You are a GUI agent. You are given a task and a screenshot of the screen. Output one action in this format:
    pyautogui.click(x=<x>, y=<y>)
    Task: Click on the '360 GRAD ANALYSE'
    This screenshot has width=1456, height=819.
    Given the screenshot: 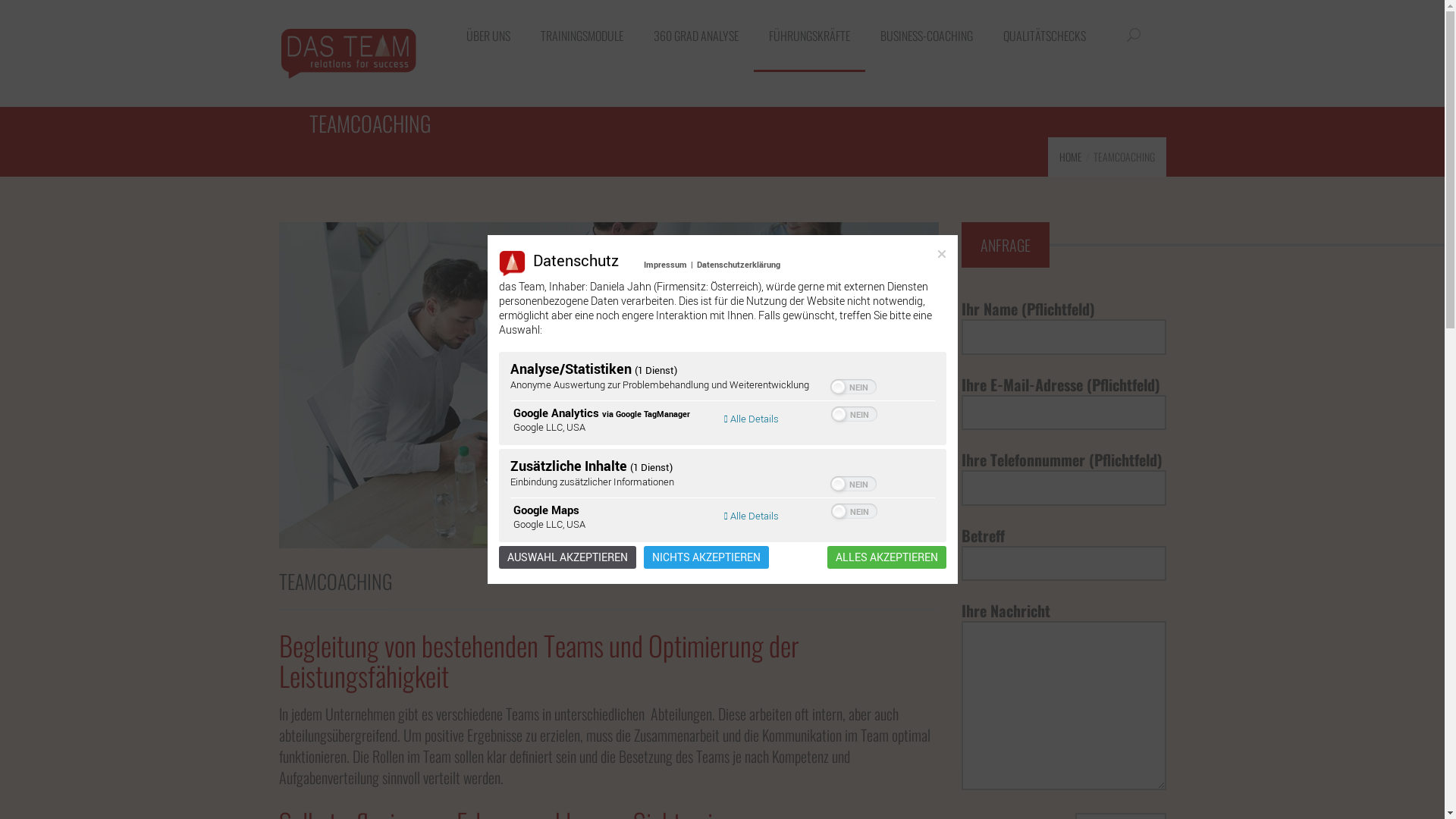 What is the action you would take?
    pyautogui.click(x=638, y=35)
    